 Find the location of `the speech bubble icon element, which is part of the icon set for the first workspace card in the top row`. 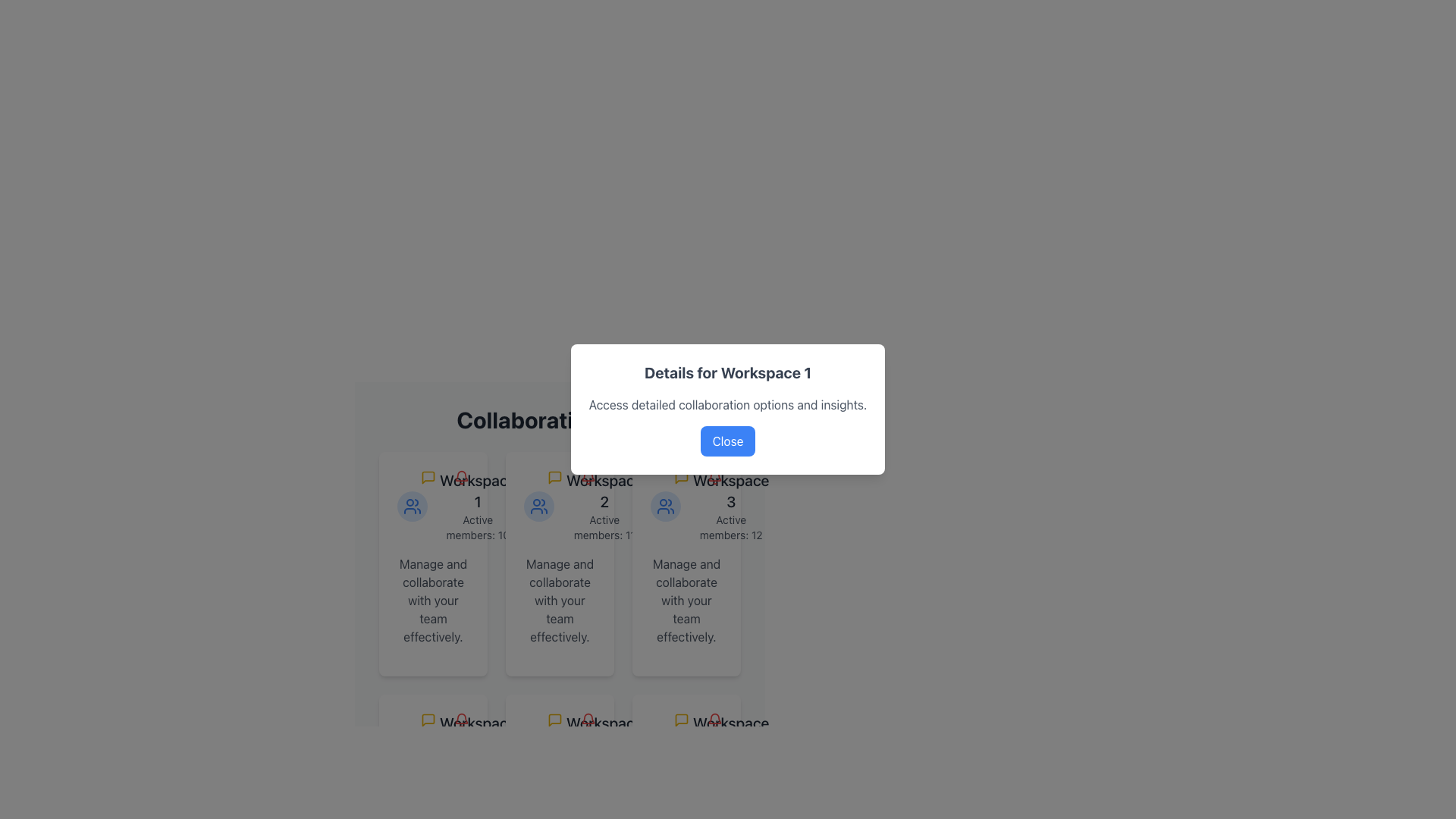

the speech bubble icon element, which is part of the icon set for the first workspace card in the top row is located at coordinates (554, 476).